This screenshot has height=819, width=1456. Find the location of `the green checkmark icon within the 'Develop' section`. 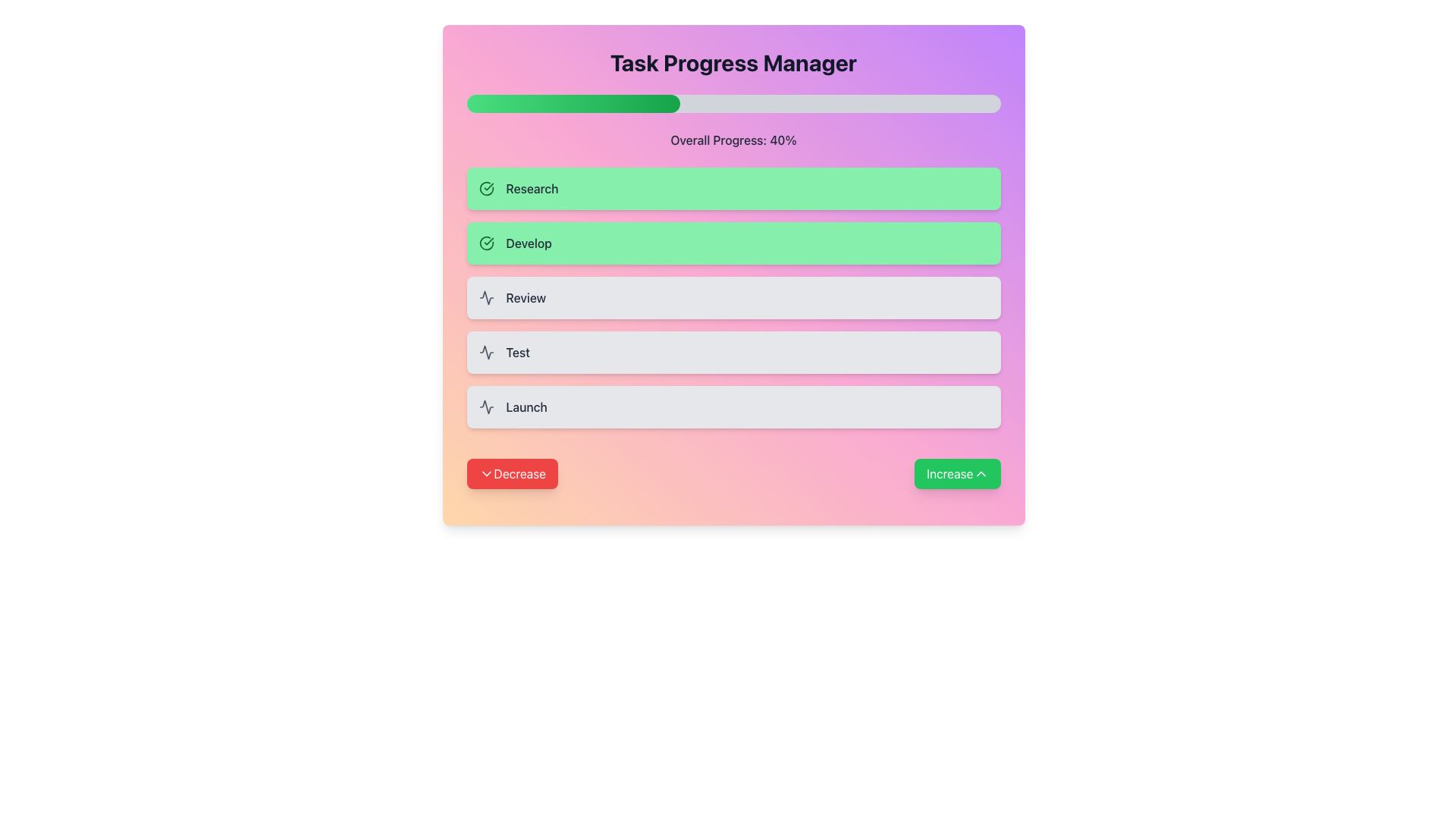

the green checkmark icon within the 'Develop' section is located at coordinates (486, 242).